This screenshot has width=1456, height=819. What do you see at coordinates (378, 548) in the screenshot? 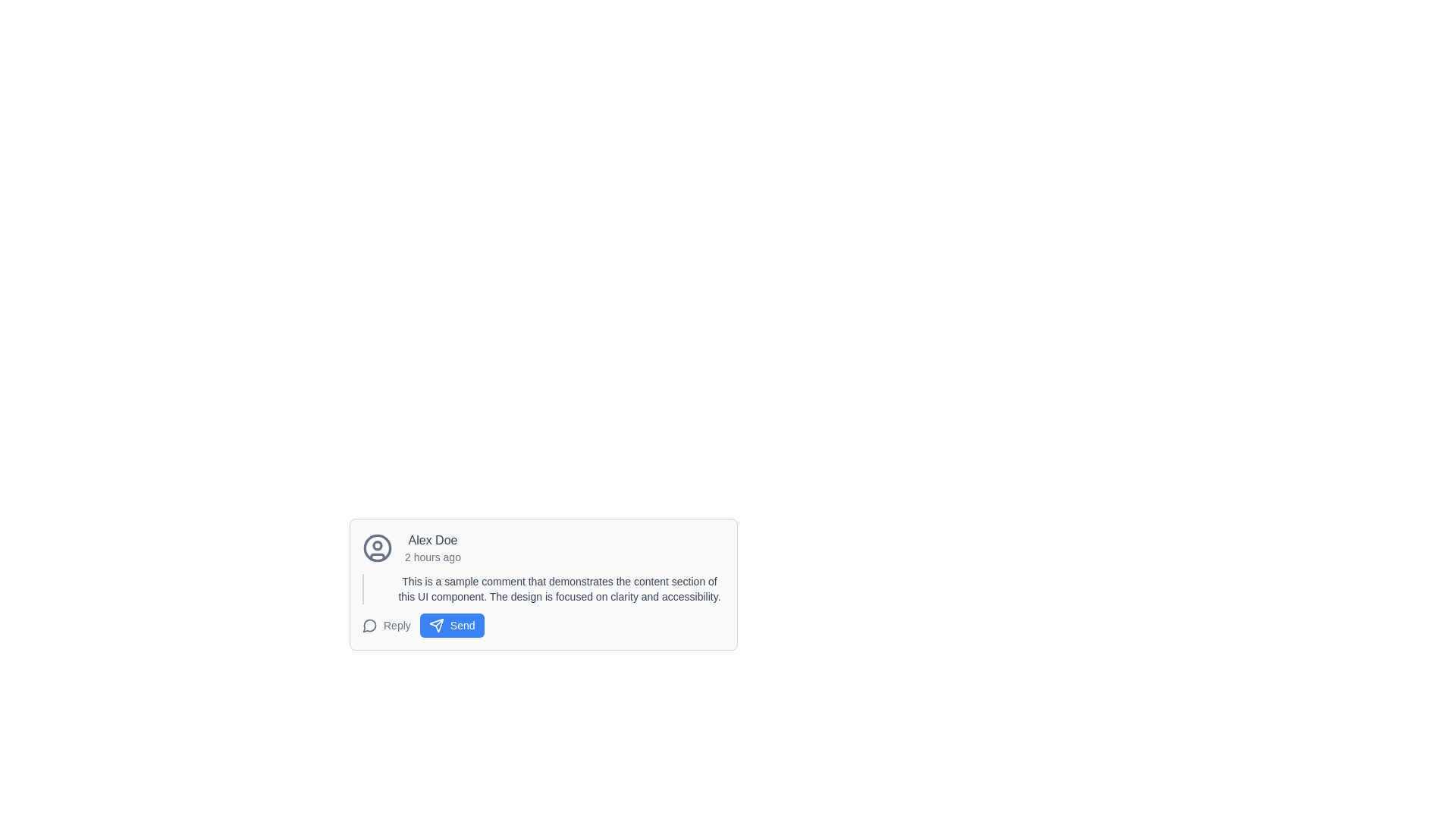
I see `the user profile icon that visually represents the user's avatar, located to the left of the username 'Alex Doe' and the timestamp '2 hours ago'` at bounding box center [378, 548].